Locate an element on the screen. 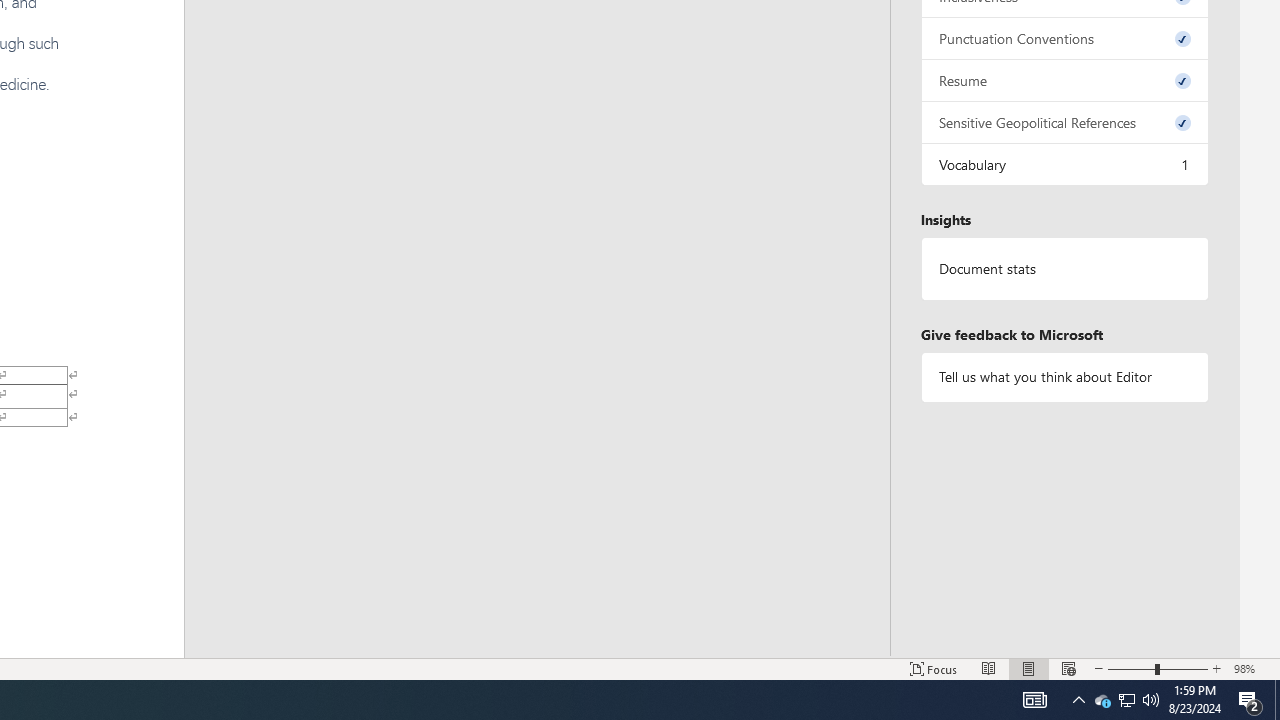 This screenshot has width=1280, height=720. 'Zoom' is located at coordinates (1158, 669).